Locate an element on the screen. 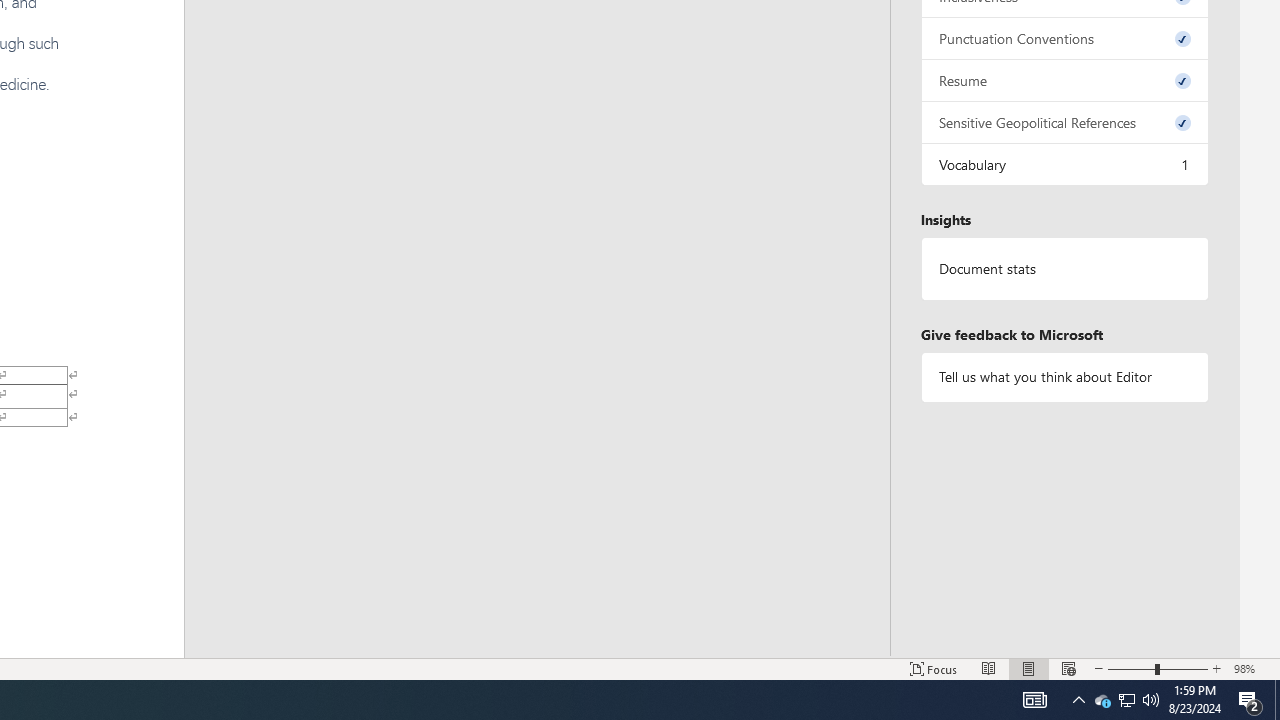 This screenshot has width=1280, height=720. 'Zoom' is located at coordinates (1158, 669).